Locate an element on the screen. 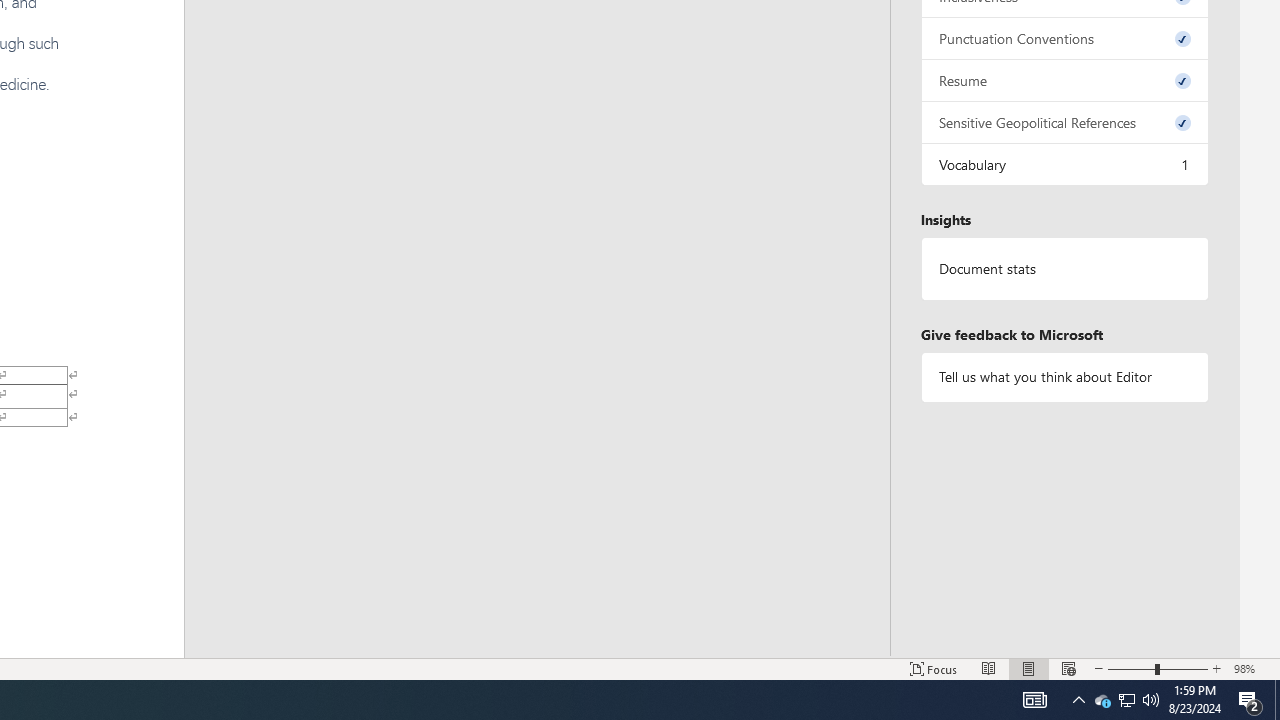 This screenshot has width=1280, height=720. 'Zoom' is located at coordinates (1158, 669).